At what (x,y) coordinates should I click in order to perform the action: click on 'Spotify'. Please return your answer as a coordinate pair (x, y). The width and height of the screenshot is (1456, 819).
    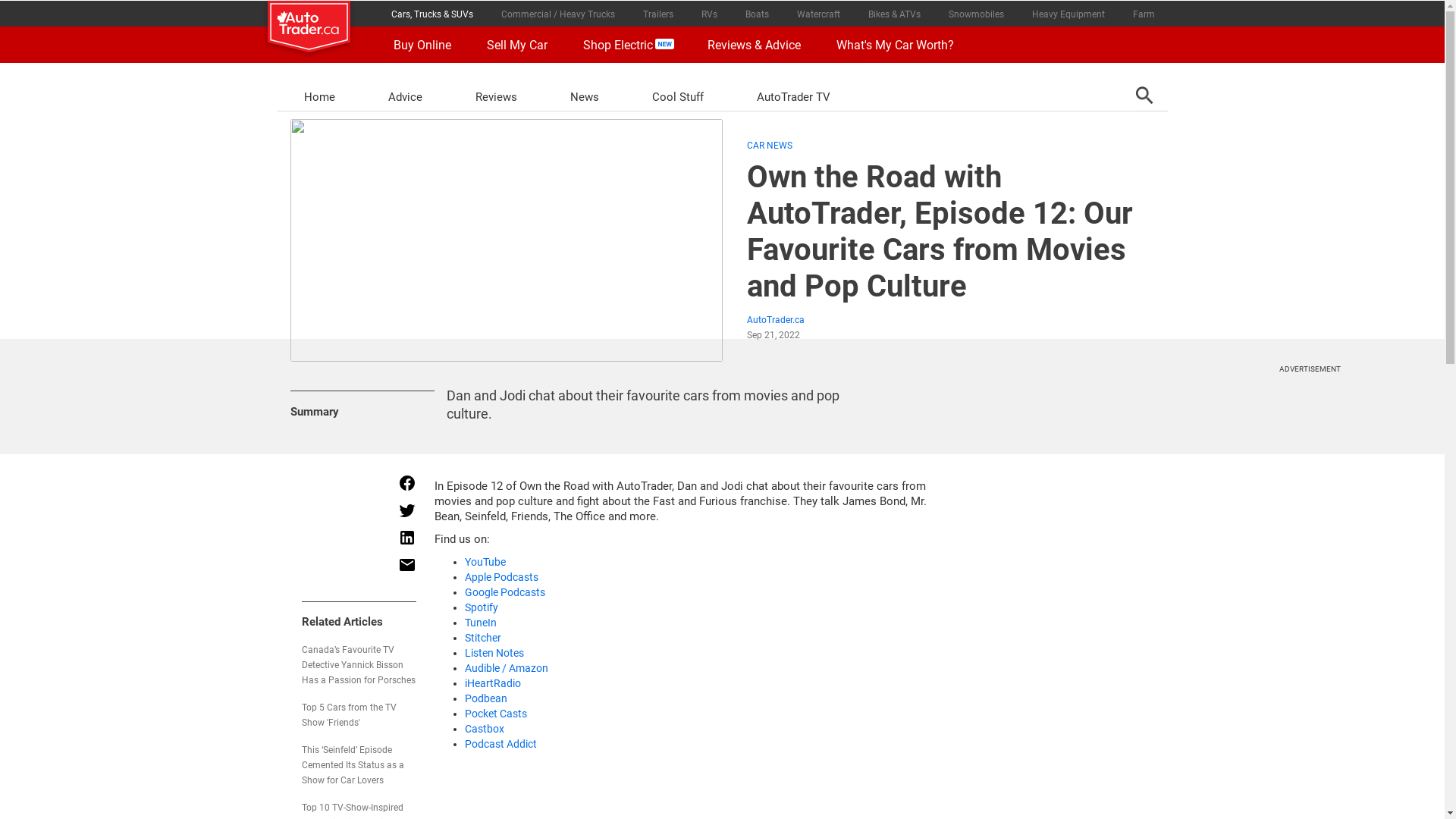
    Looking at the image, I should click on (479, 607).